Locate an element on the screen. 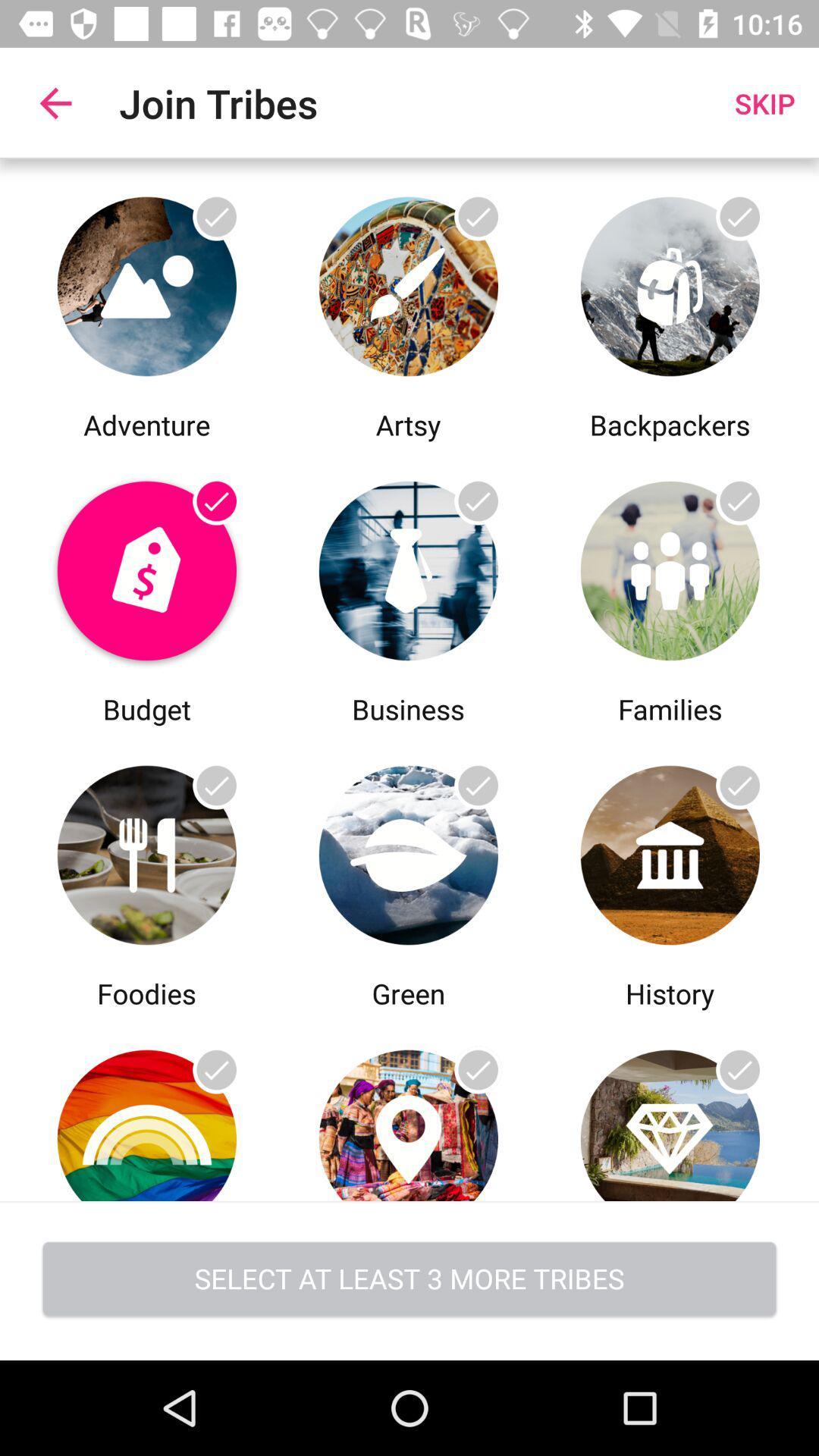 This screenshot has width=819, height=1456. the article is located at coordinates (669, 566).